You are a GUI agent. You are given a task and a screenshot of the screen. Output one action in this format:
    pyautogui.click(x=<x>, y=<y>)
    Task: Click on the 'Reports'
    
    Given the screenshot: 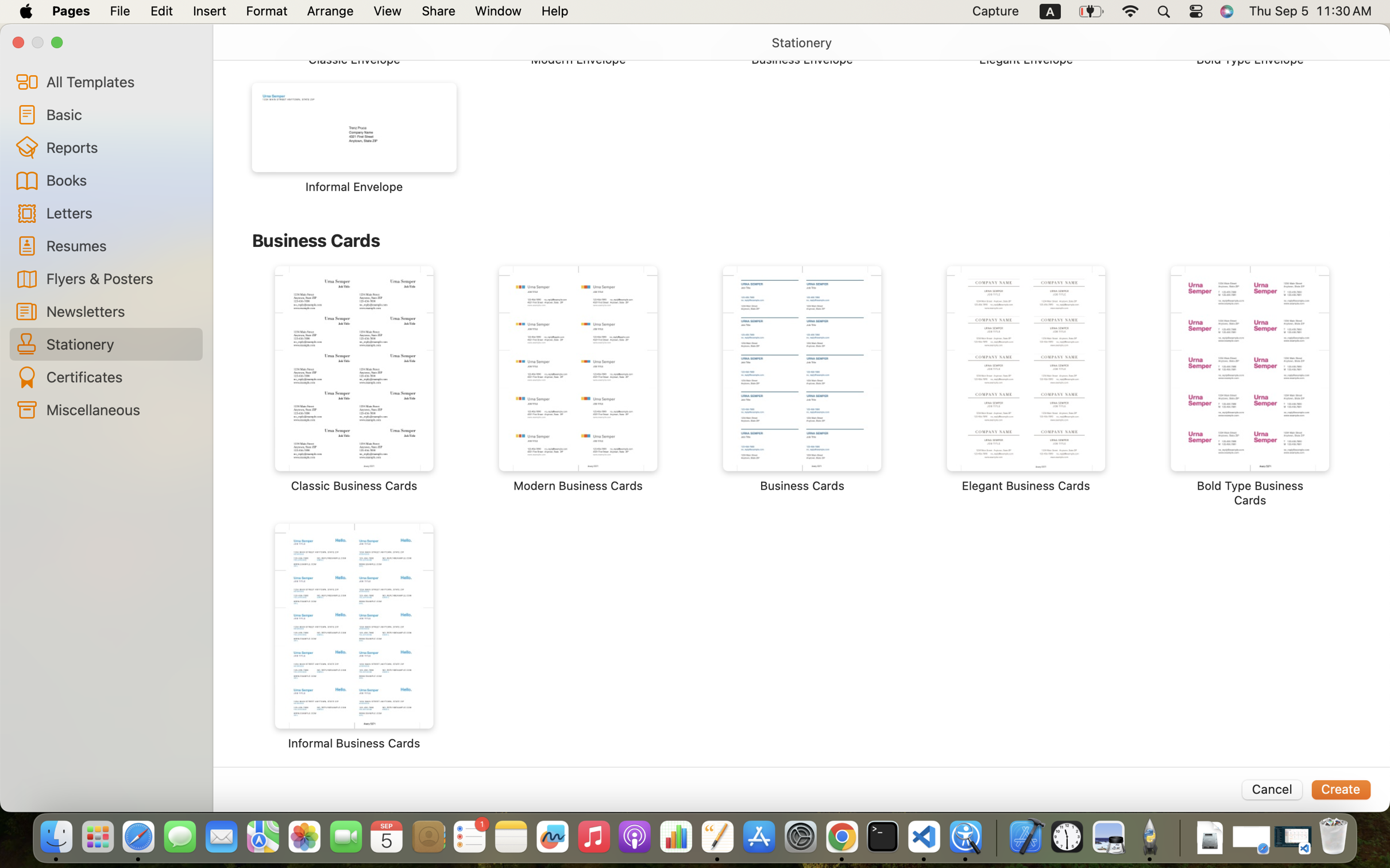 What is the action you would take?
    pyautogui.click(x=119, y=146)
    